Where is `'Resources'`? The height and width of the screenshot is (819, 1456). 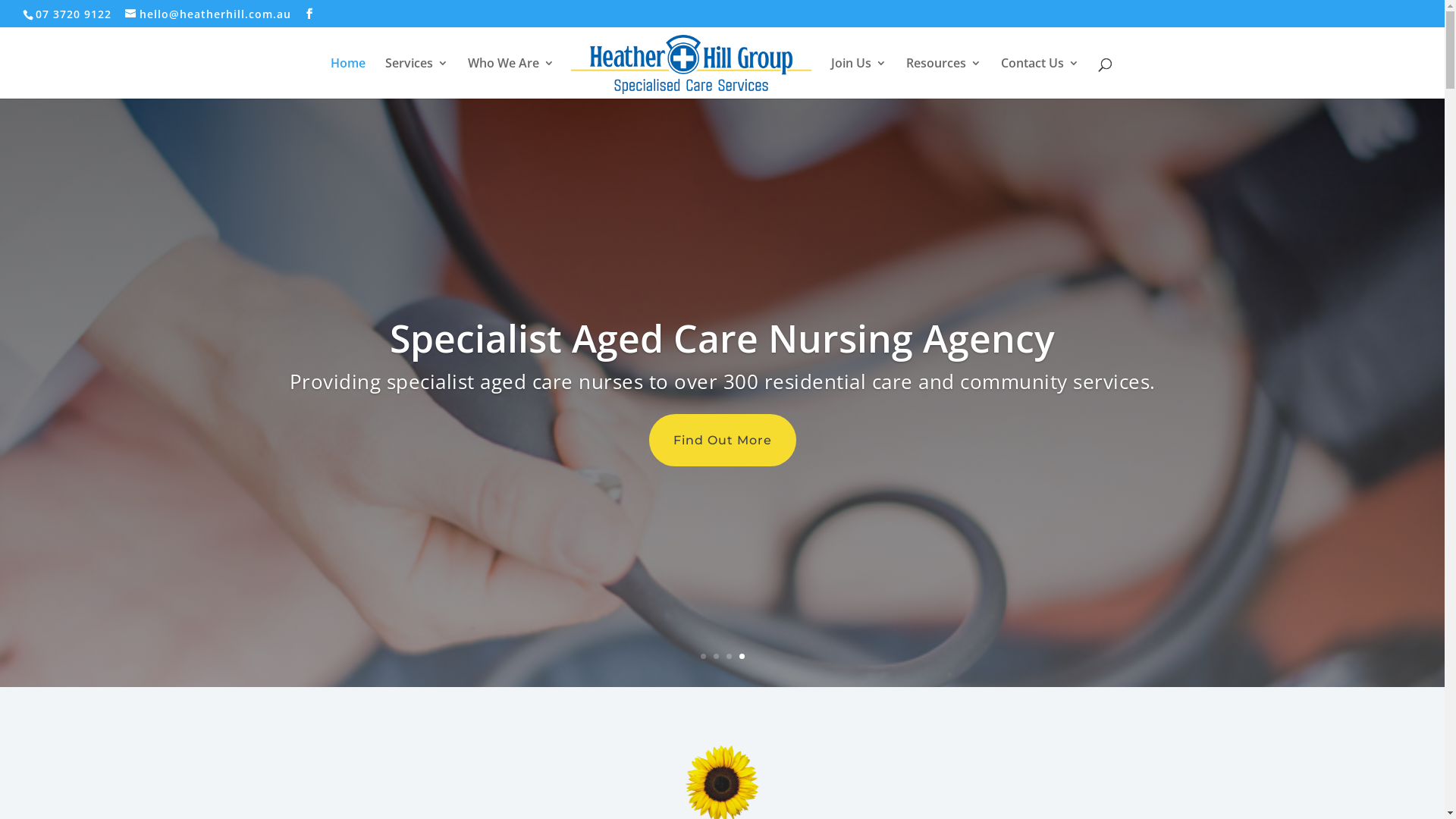
'Resources' is located at coordinates (943, 78).